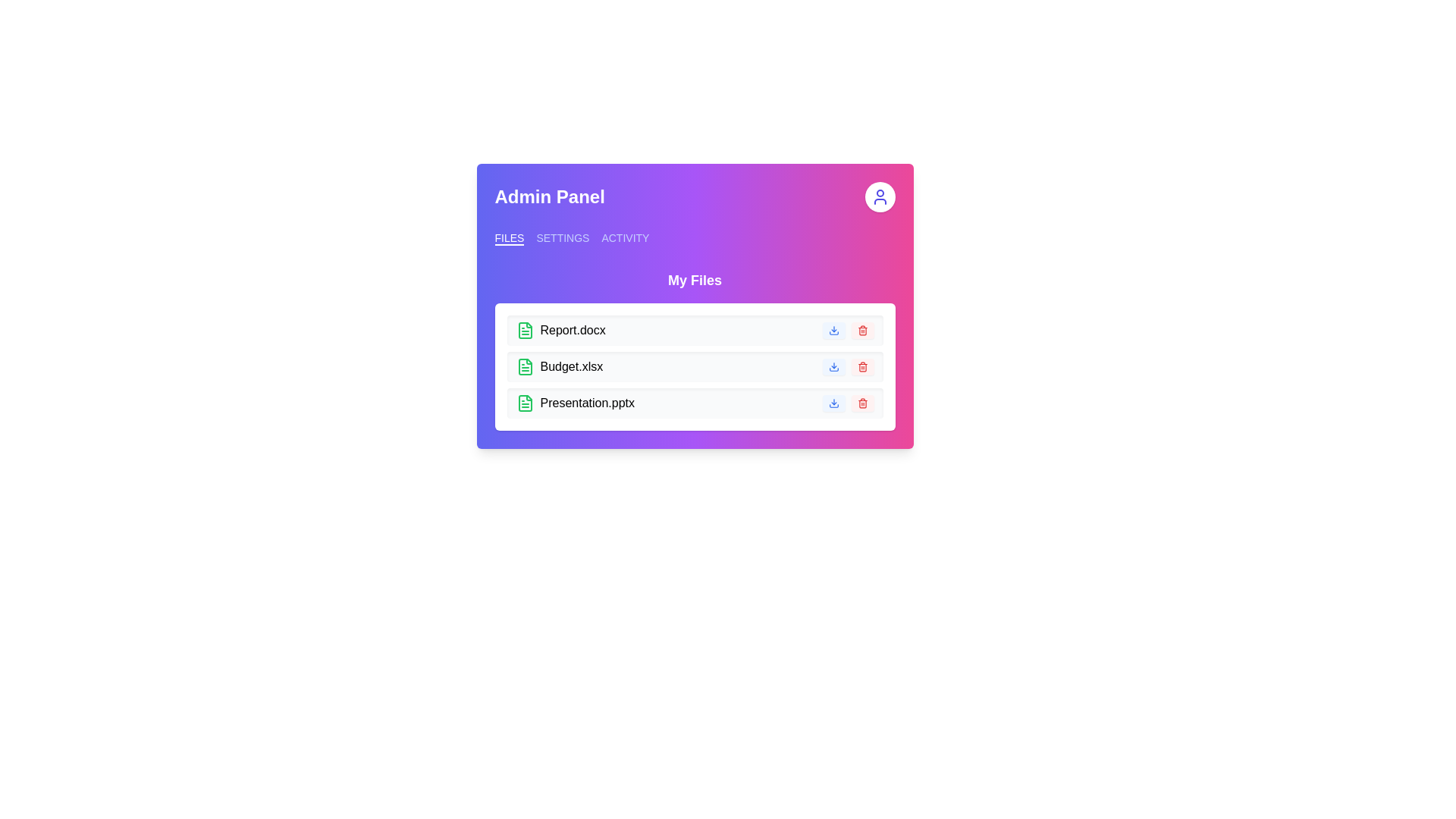  I want to click on the Text Label that serves as the title or heading of the page, located at the top left corner of the header section, so click(549, 196).